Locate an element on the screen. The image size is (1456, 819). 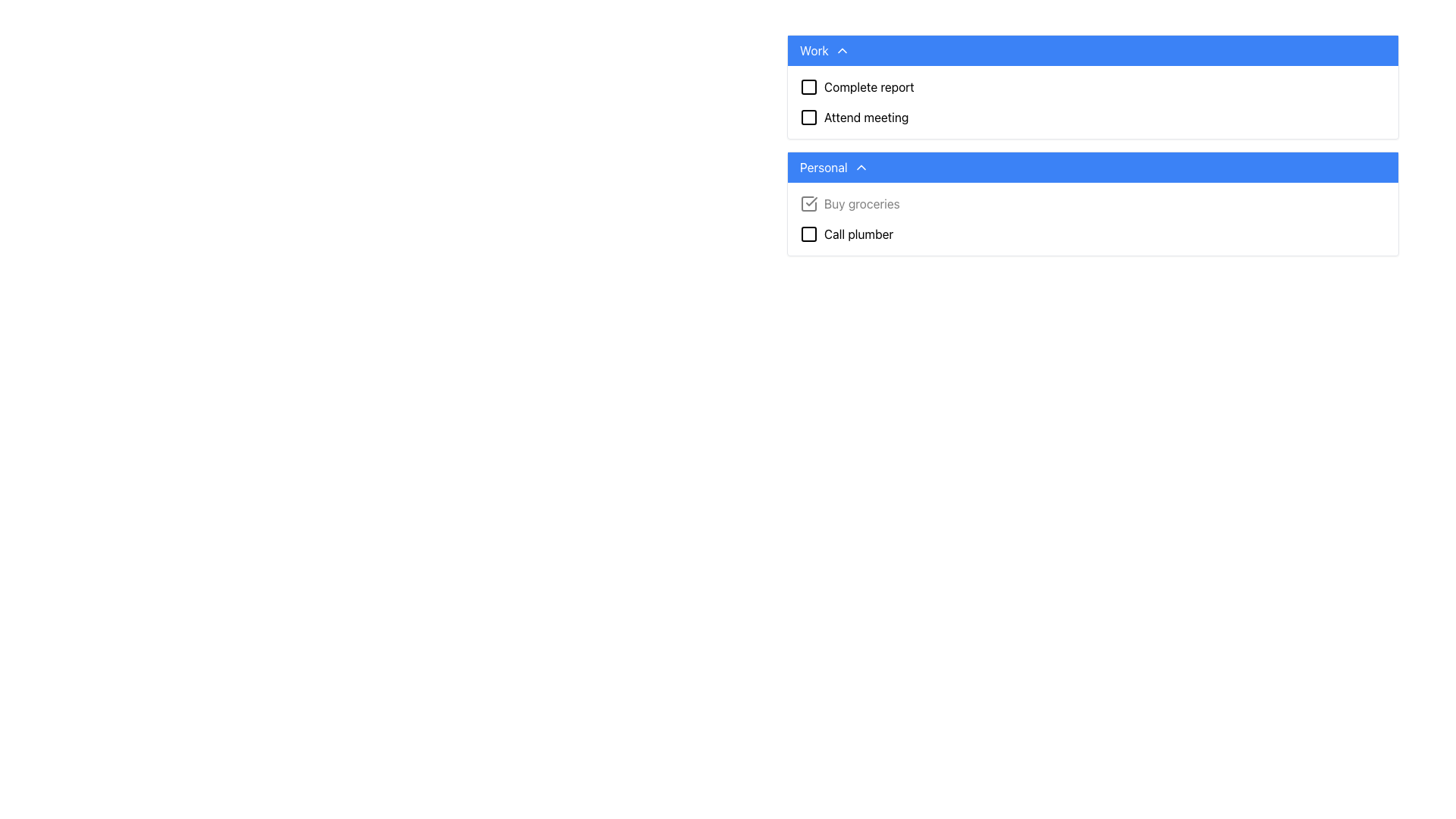
the 'Call plumber' label is located at coordinates (858, 234).